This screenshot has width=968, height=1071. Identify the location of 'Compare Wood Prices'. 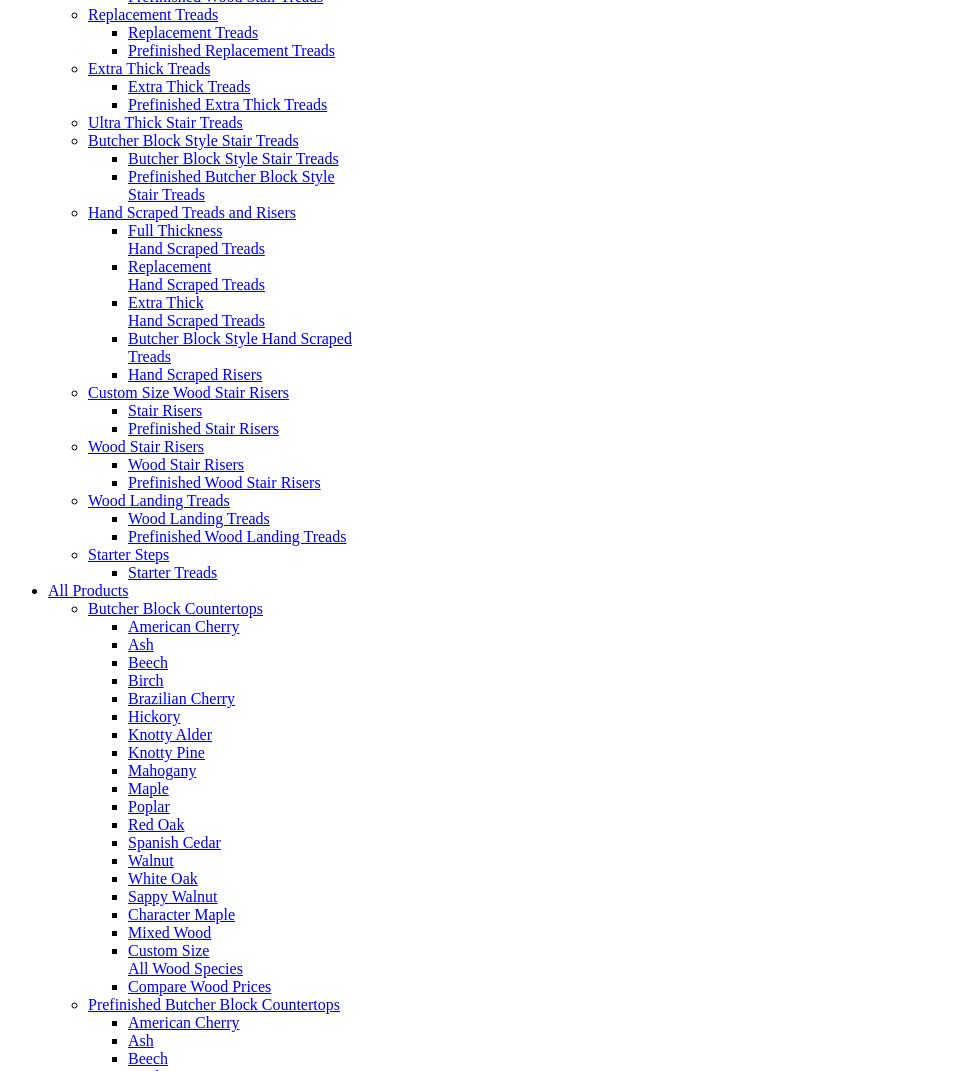
(199, 985).